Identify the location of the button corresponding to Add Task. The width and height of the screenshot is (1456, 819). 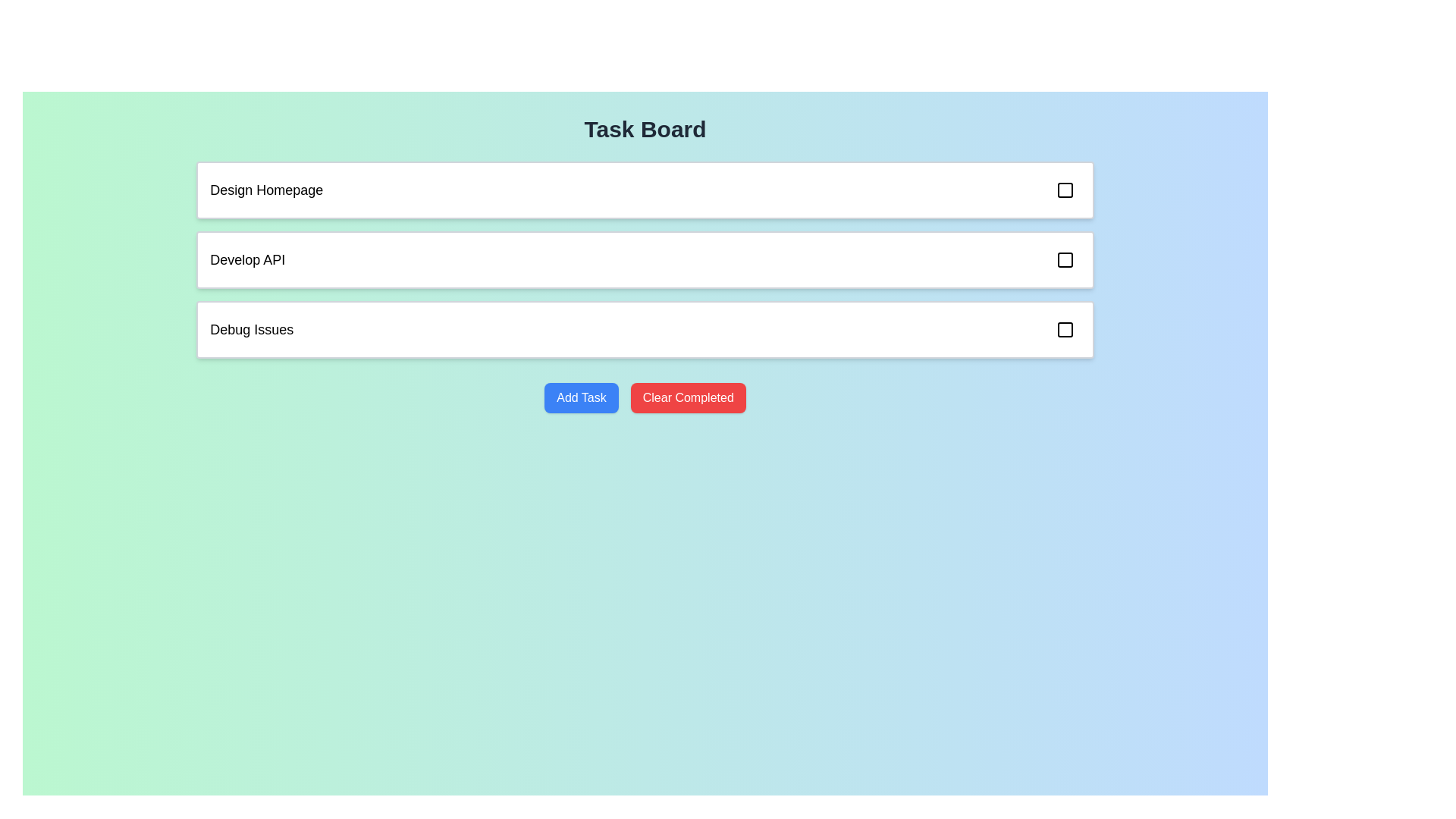
(581, 397).